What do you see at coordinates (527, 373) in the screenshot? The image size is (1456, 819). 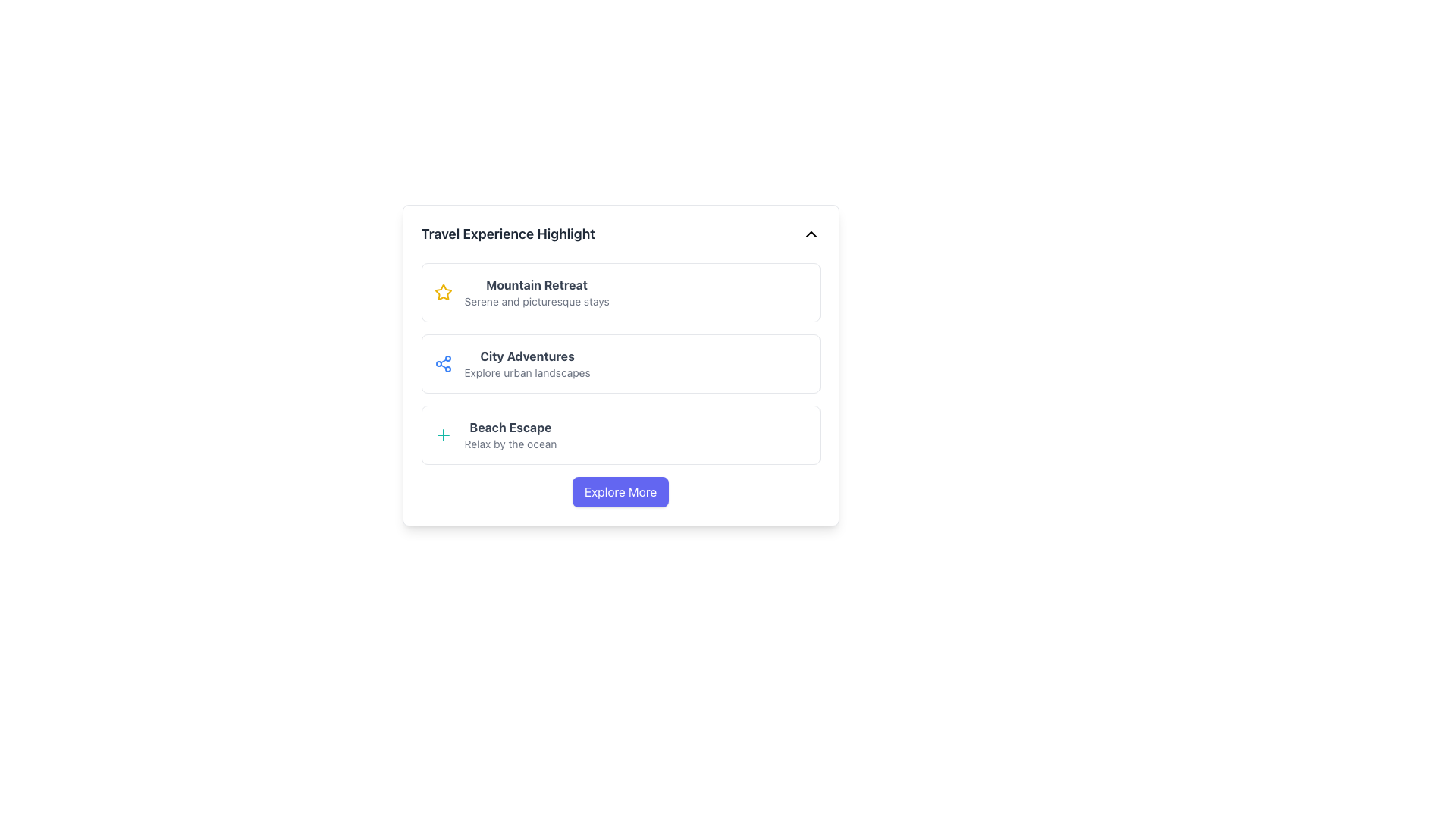 I see `the descriptive caption element located below the 'City Adventures' title in the second section of the list` at bounding box center [527, 373].